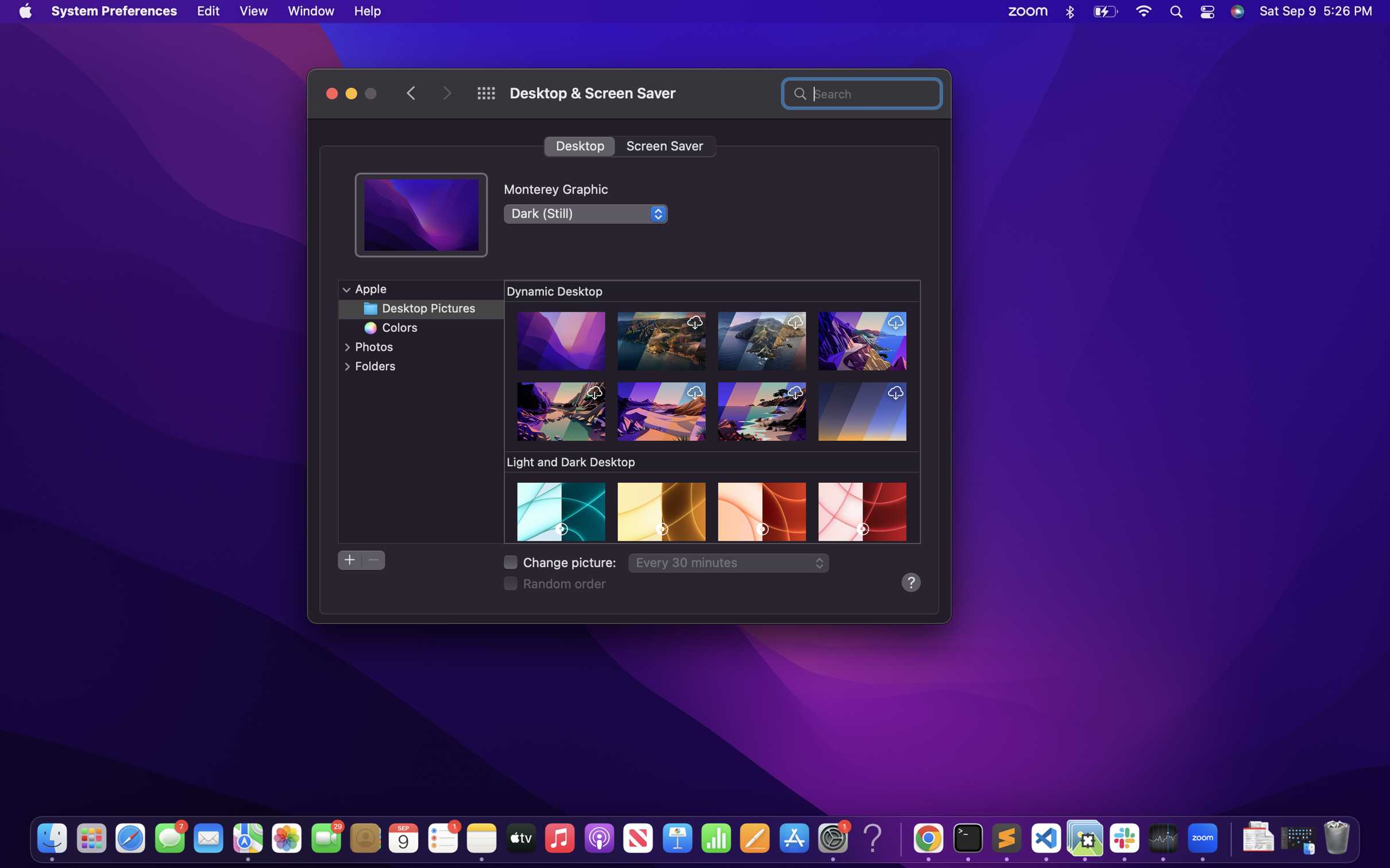 Image resolution: width=1390 pixels, height=868 pixels. What do you see at coordinates (585, 212) in the screenshot?
I see `Switch the color scheme to light mode` at bounding box center [585, 212].